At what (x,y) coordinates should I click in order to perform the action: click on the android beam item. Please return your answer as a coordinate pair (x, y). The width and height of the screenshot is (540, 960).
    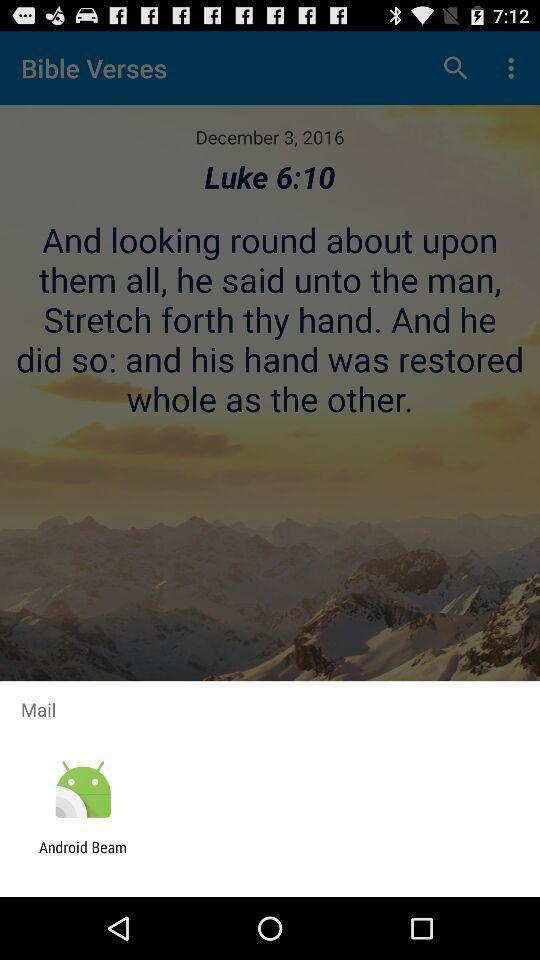
    Looking at the image, I should click on (82, 855).